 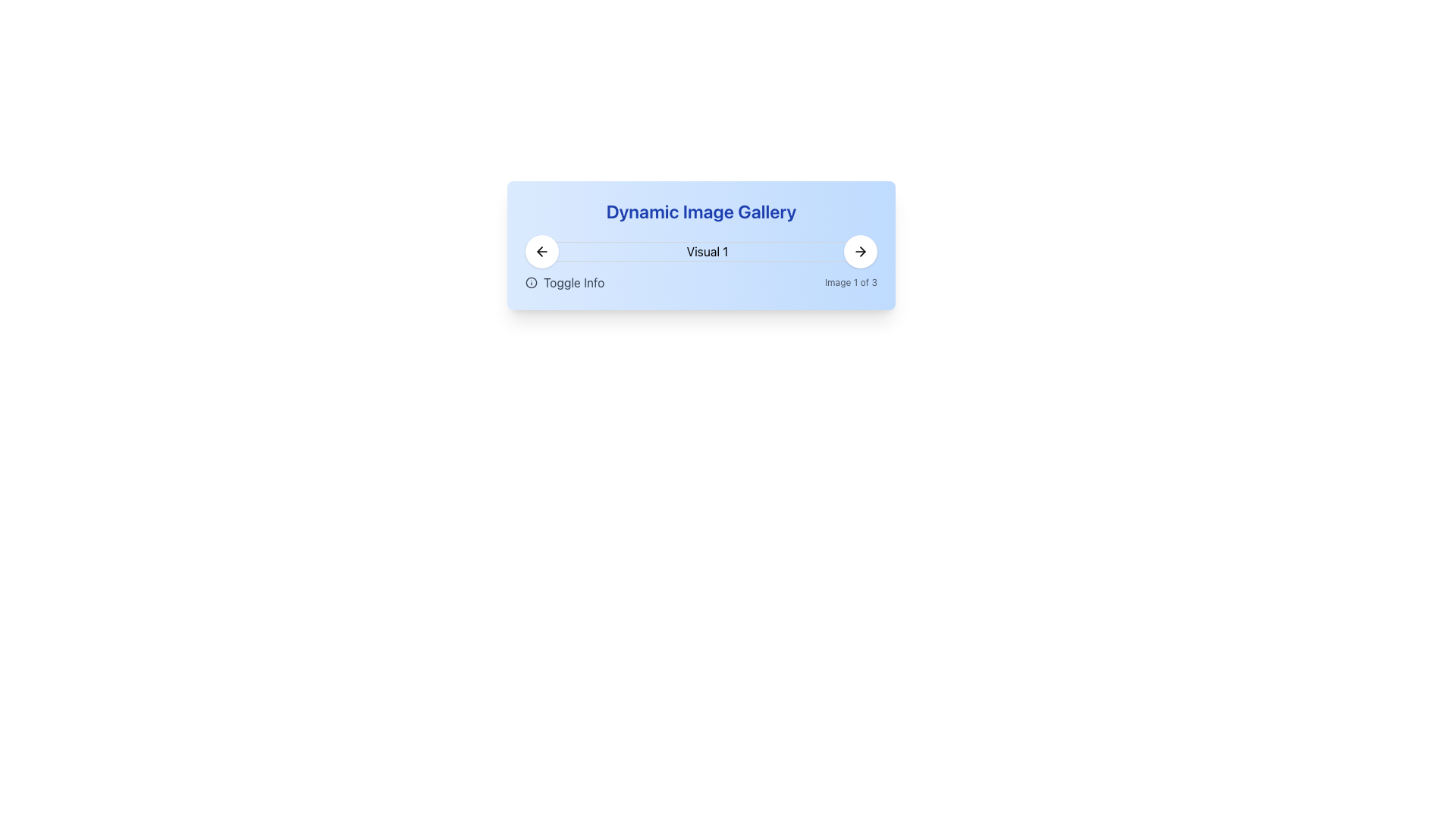 What do you see at coordinates (860, 250) in the screenshot?
I see `the navigation button located on the far right of the image gallery` at bounding box center [860, 250].